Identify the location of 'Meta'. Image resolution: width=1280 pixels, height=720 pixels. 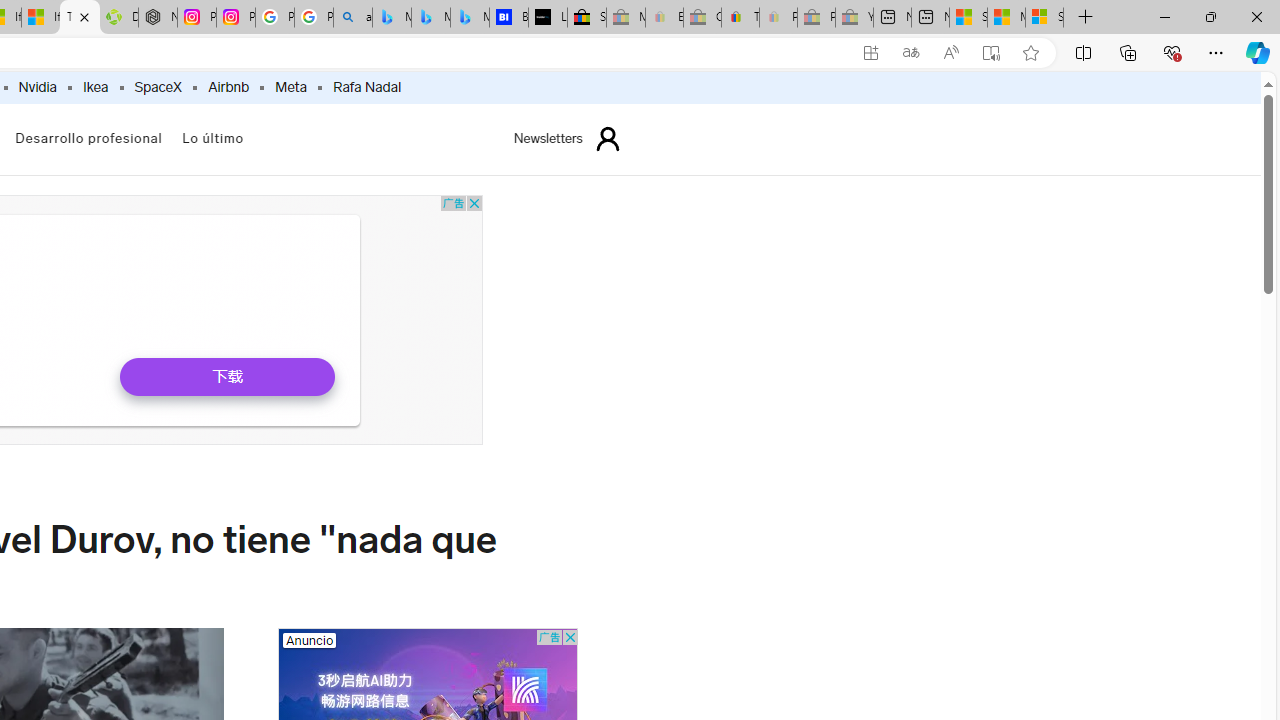
(290, 87).